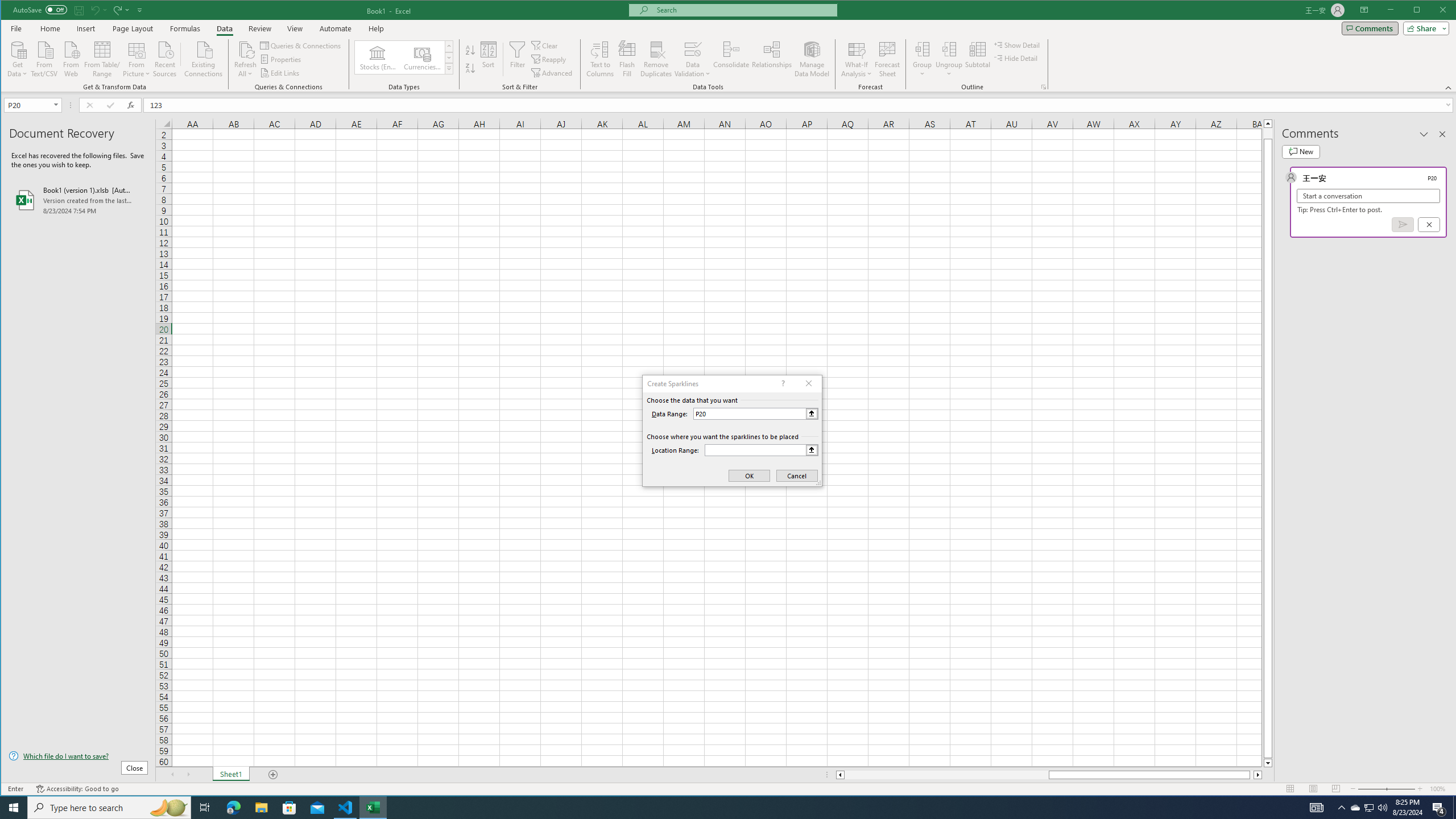  What do you see at coordinates (731, 59) in the screenshot?
I see `'Consolidate...'` at bounding box center [731, 59].